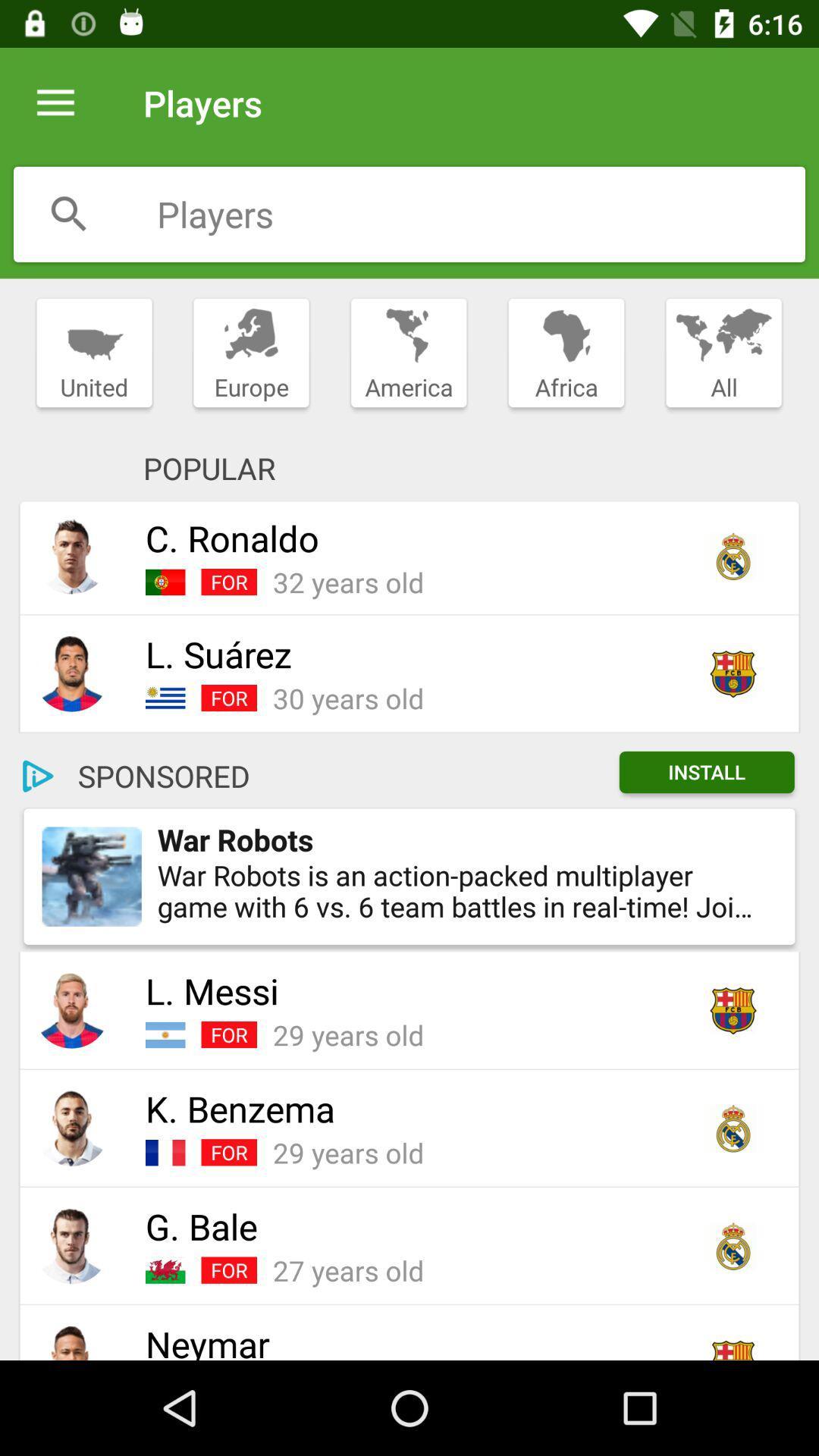  Describe the element at coordinates (69, 213) in the screenshot. I see `search for a player` at that location.